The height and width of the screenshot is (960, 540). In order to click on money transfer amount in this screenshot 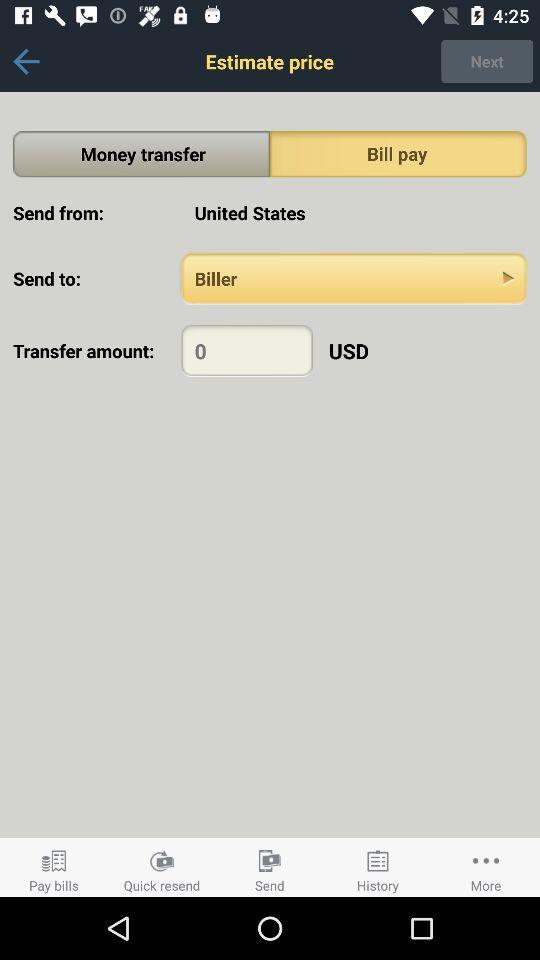, I will do `click(247, 350)`.